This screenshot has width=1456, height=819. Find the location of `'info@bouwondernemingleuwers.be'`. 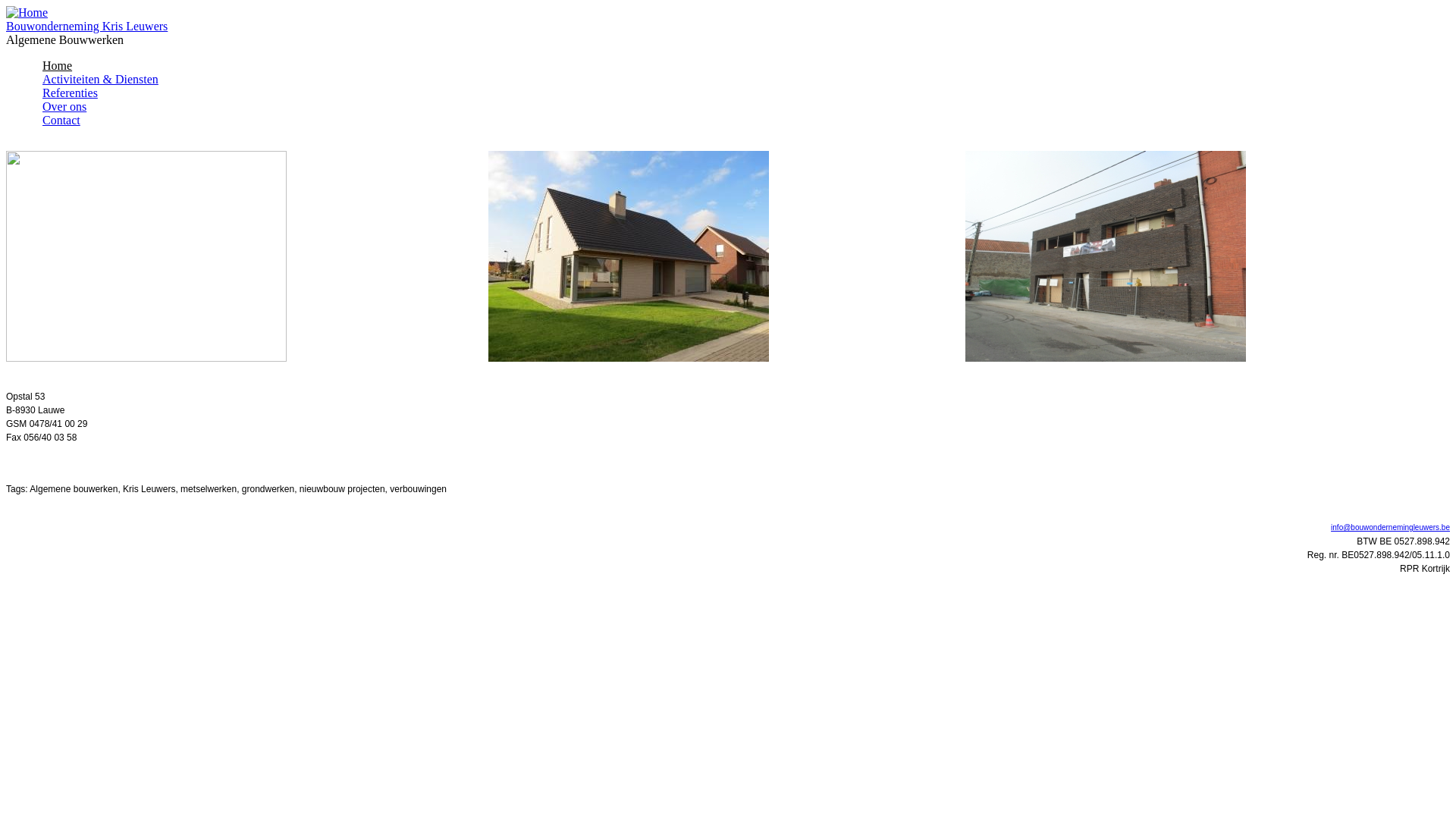

'info@bouwondernemingleuwers.be' is located at coordinates (1390, 526).